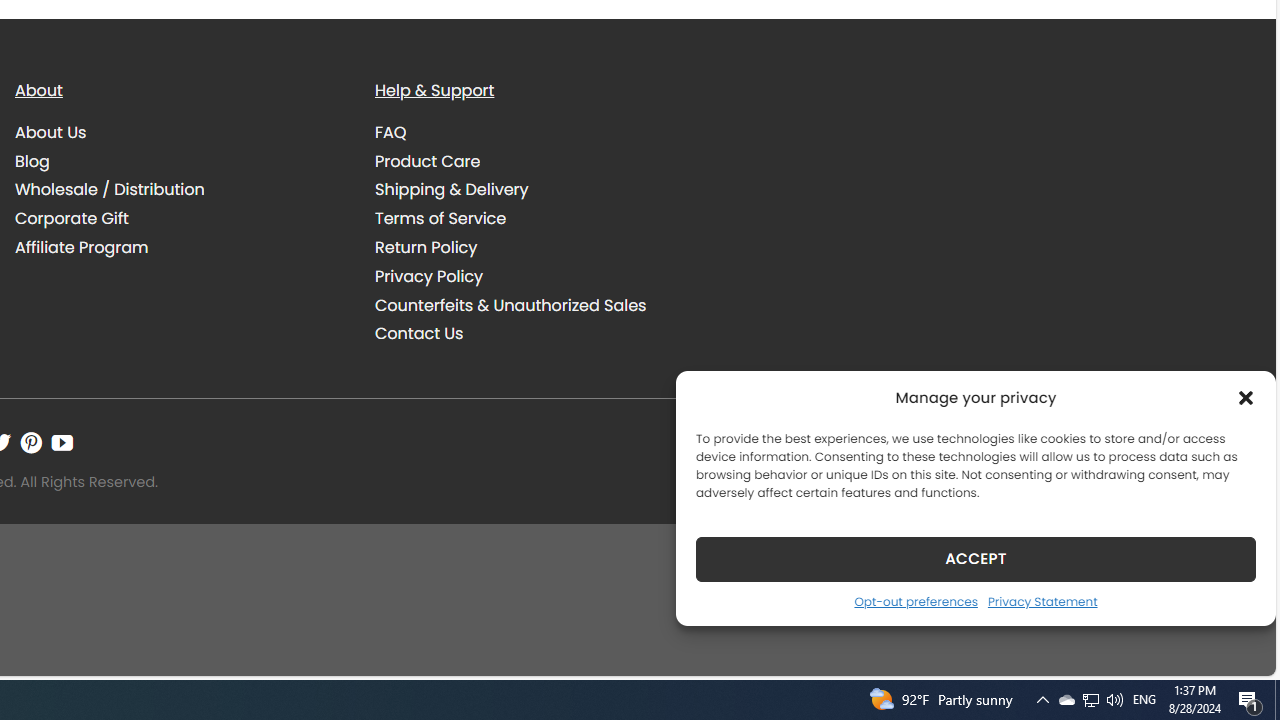  What do you see at coordinates (418, 333) in the screenshot?
I see `'Contact Us'` at bounding box center [418, 333].